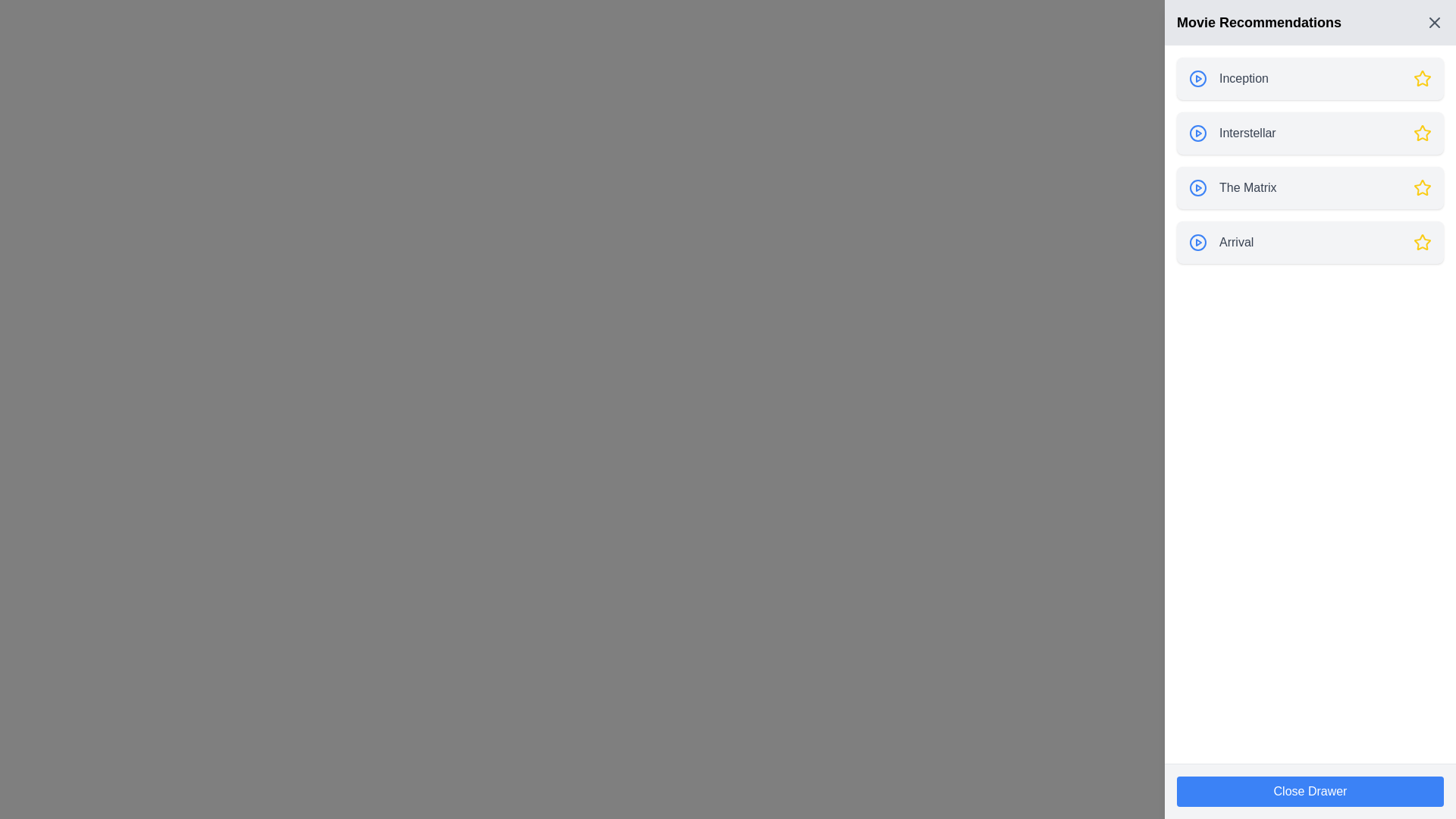 This screenshot has height=819, width=1456. What do you see at coordinates (1421, 78) in the screenshot?
I see `the yellow star icon associated with the 'Inception' item in the 'Movie Recommendations' panel` at bounding box center [1421, 78].